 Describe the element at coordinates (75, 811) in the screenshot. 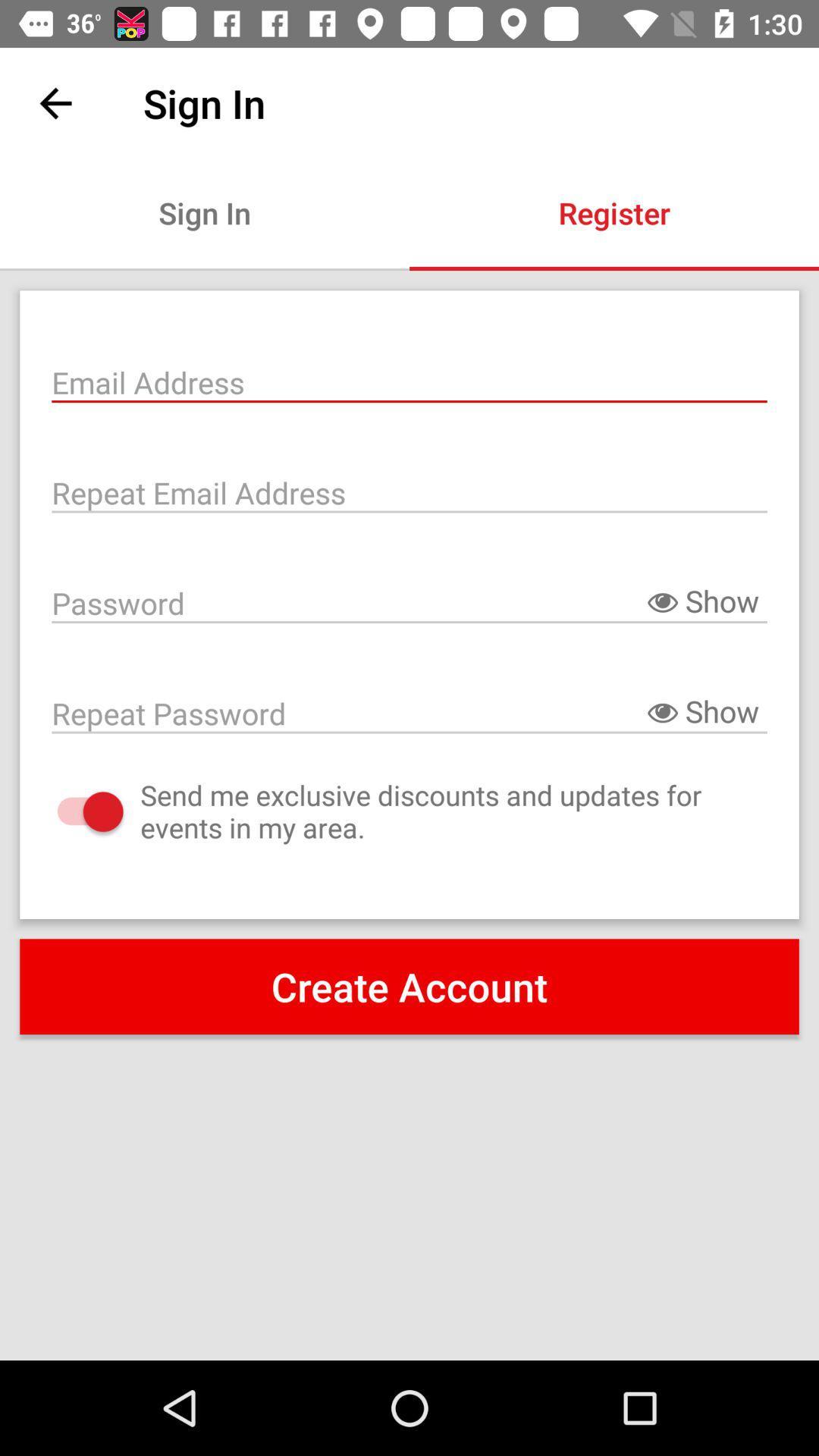

I see `the item to the left of the send me exclusive icon` at that location.